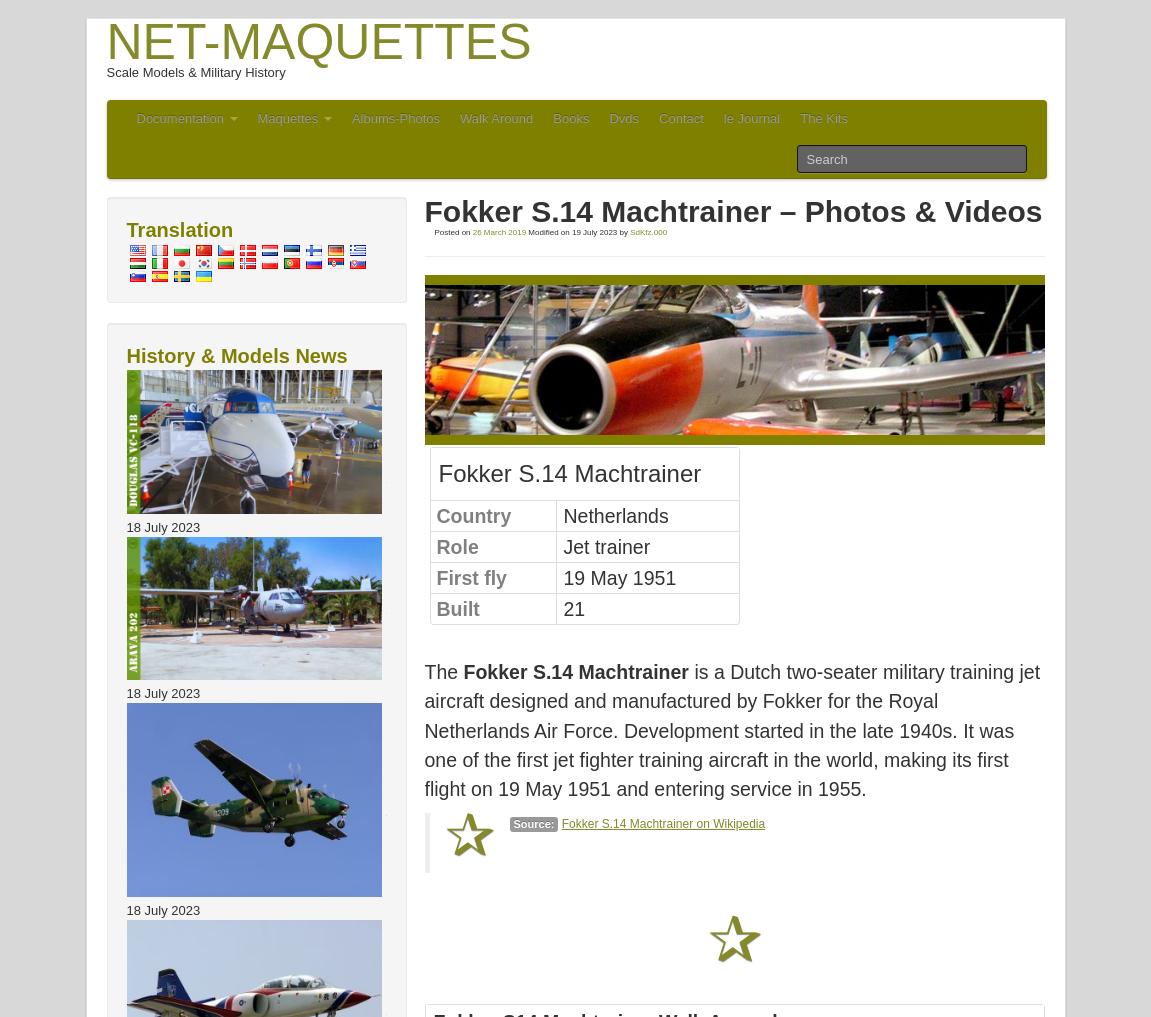 The height and width of the screenshot is (1017, 1151). I want to click on '19 May 1951', so click(619, 576).